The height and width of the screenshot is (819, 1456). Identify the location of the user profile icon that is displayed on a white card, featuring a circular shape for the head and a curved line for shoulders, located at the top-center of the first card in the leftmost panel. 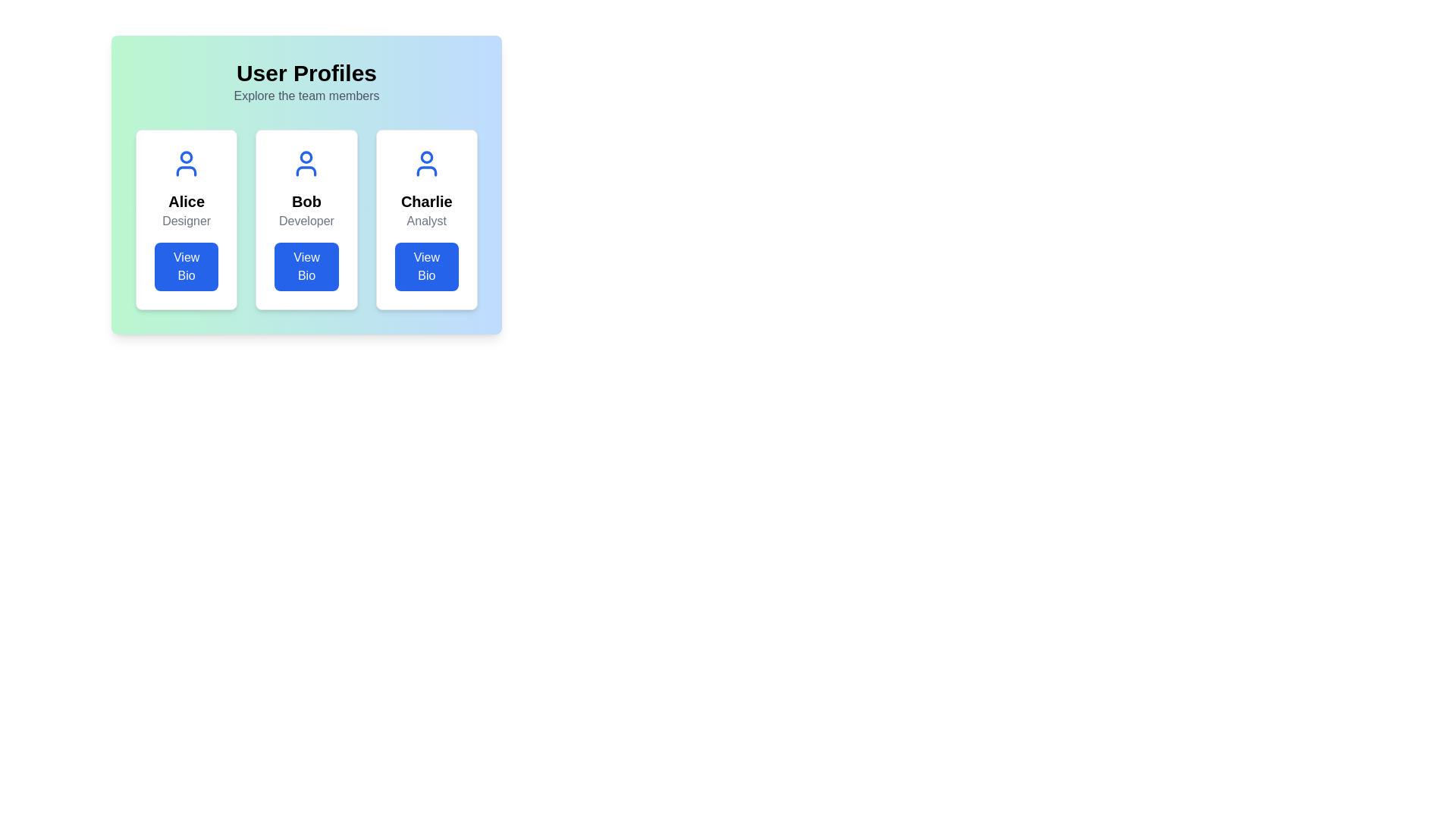
(186, 164).